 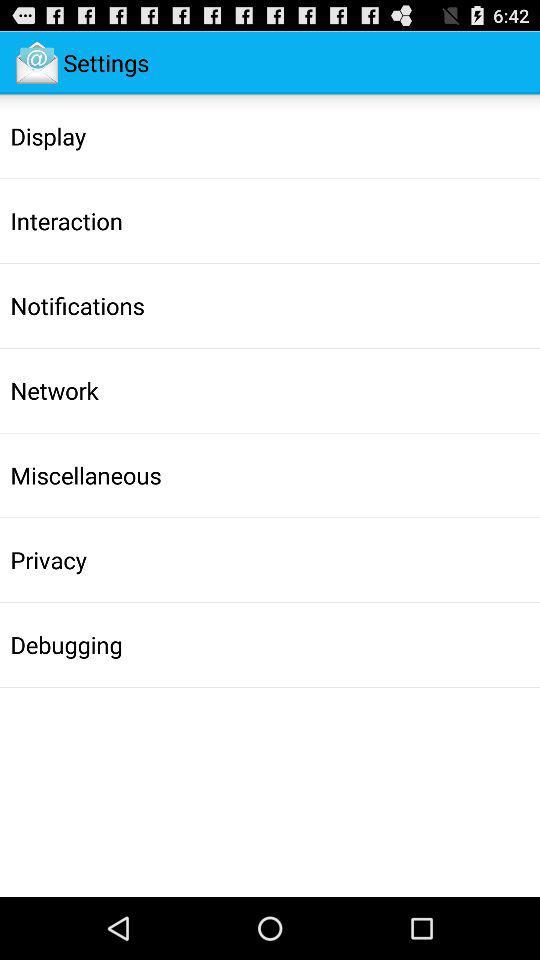 What do you see at coordinates (66, 221) in the screenshot?
I see `app above the notifications` at bounding box center [66, 221].